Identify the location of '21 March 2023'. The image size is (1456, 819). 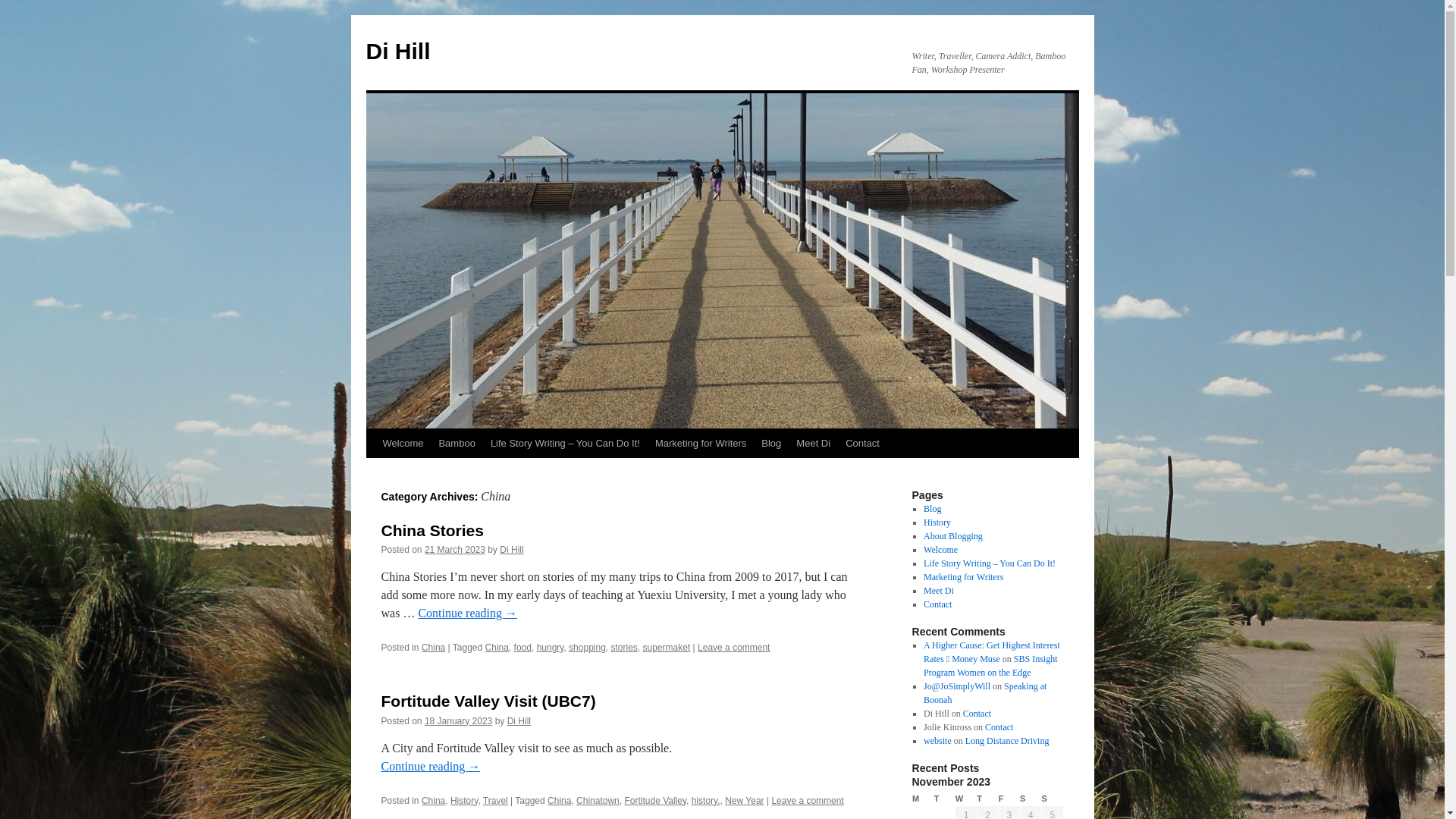
(454, 550).